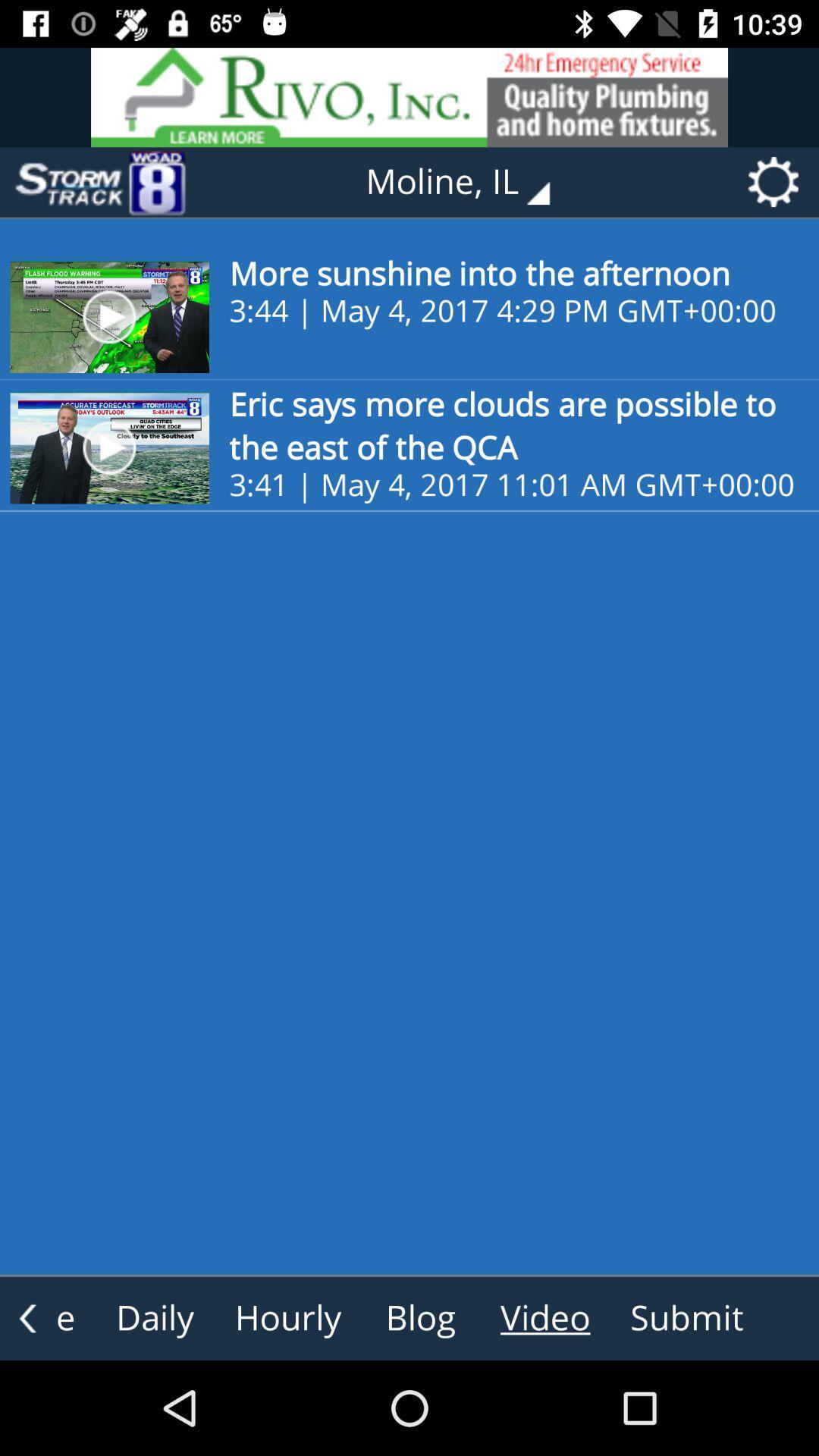 This screenshot has height=1456, width=819. Describe the element at coordinates (99, 182) in the screenshot. I see `item next to the moline, il` at that location.